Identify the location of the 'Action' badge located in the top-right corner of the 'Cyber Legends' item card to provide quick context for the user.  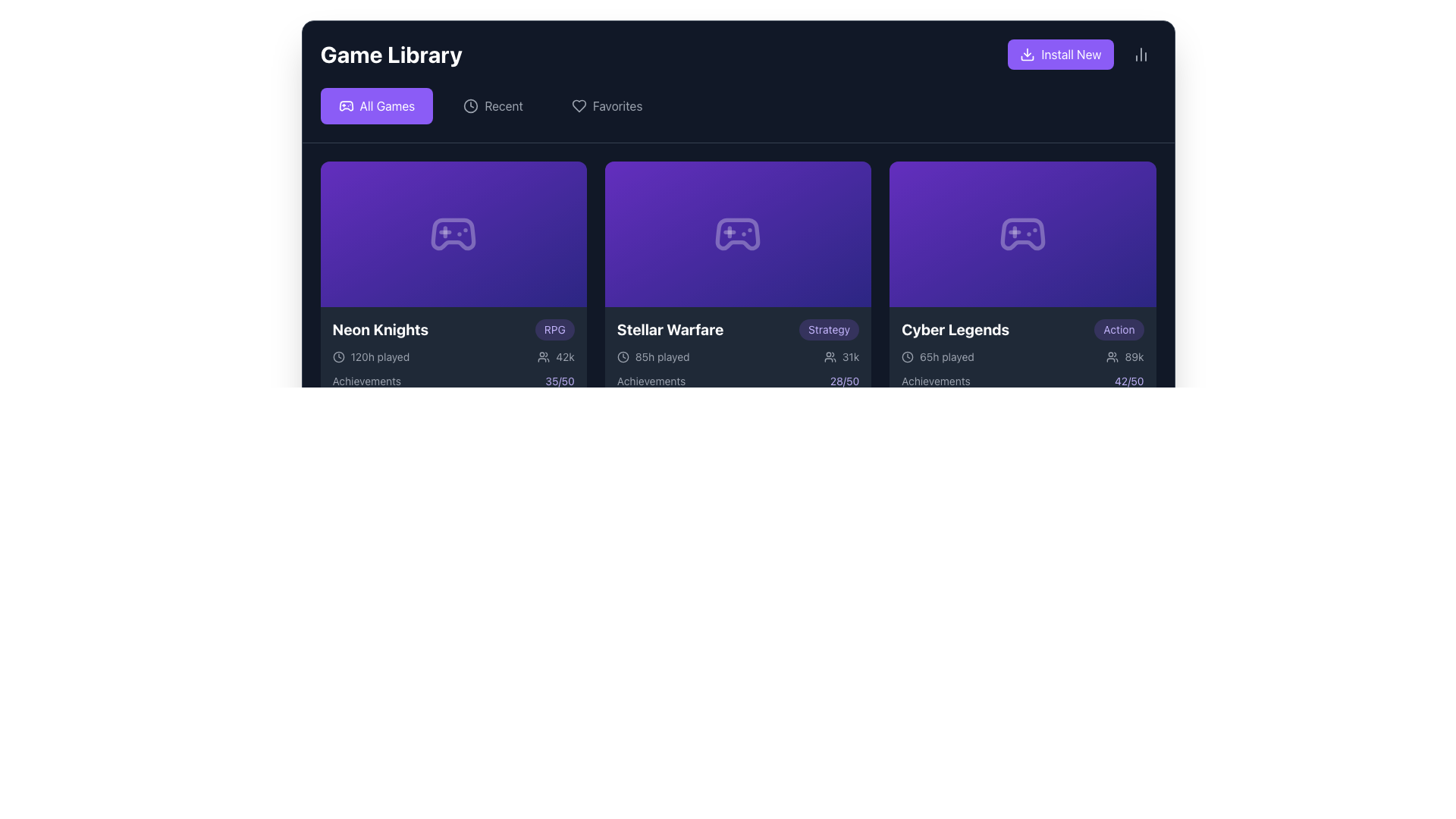
(1119, 329).